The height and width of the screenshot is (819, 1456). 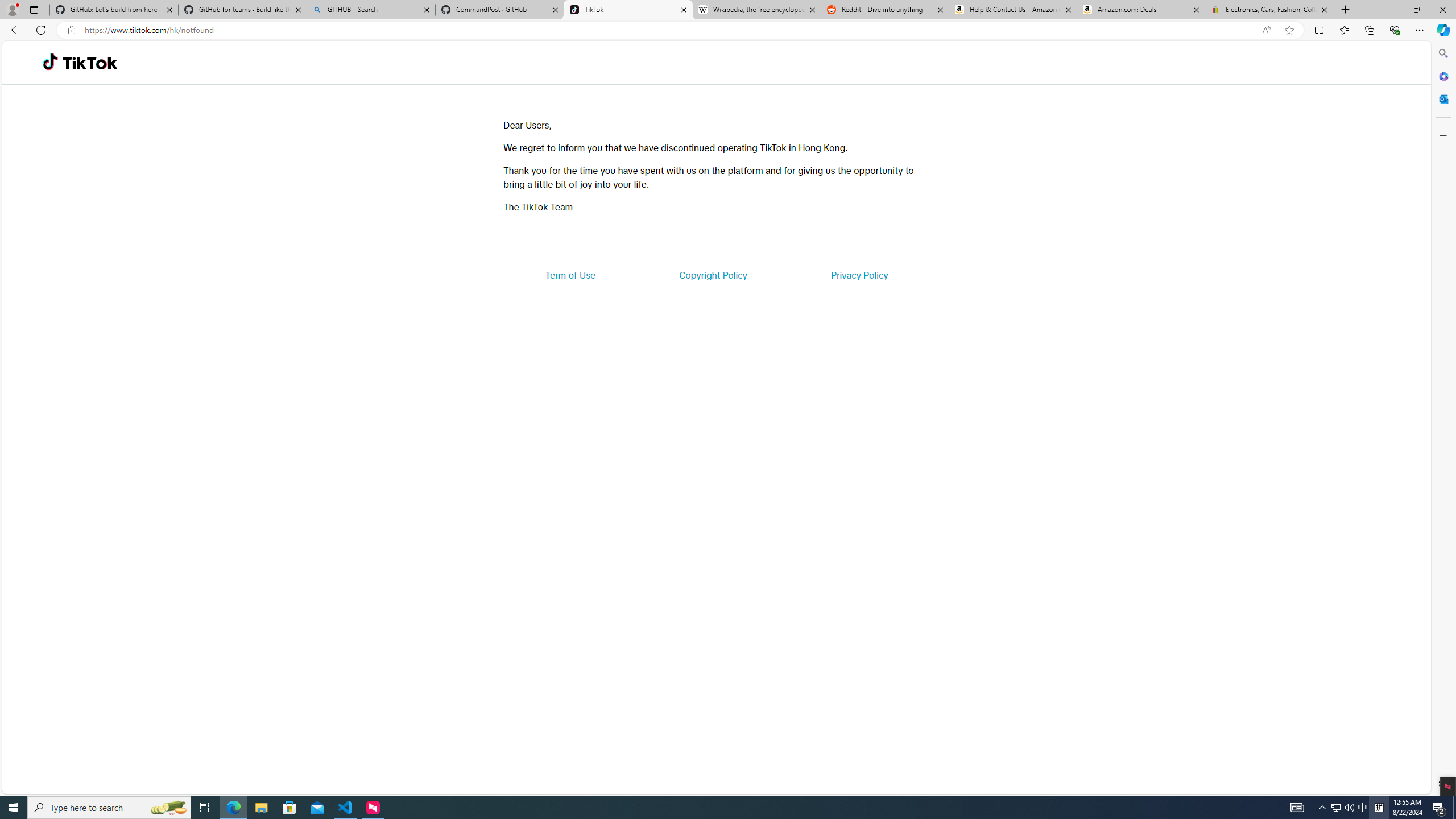 What do you see at coordinates (90, 63) in the screenshot?
I see `'TikTok'` at bounding box center [90, 63].